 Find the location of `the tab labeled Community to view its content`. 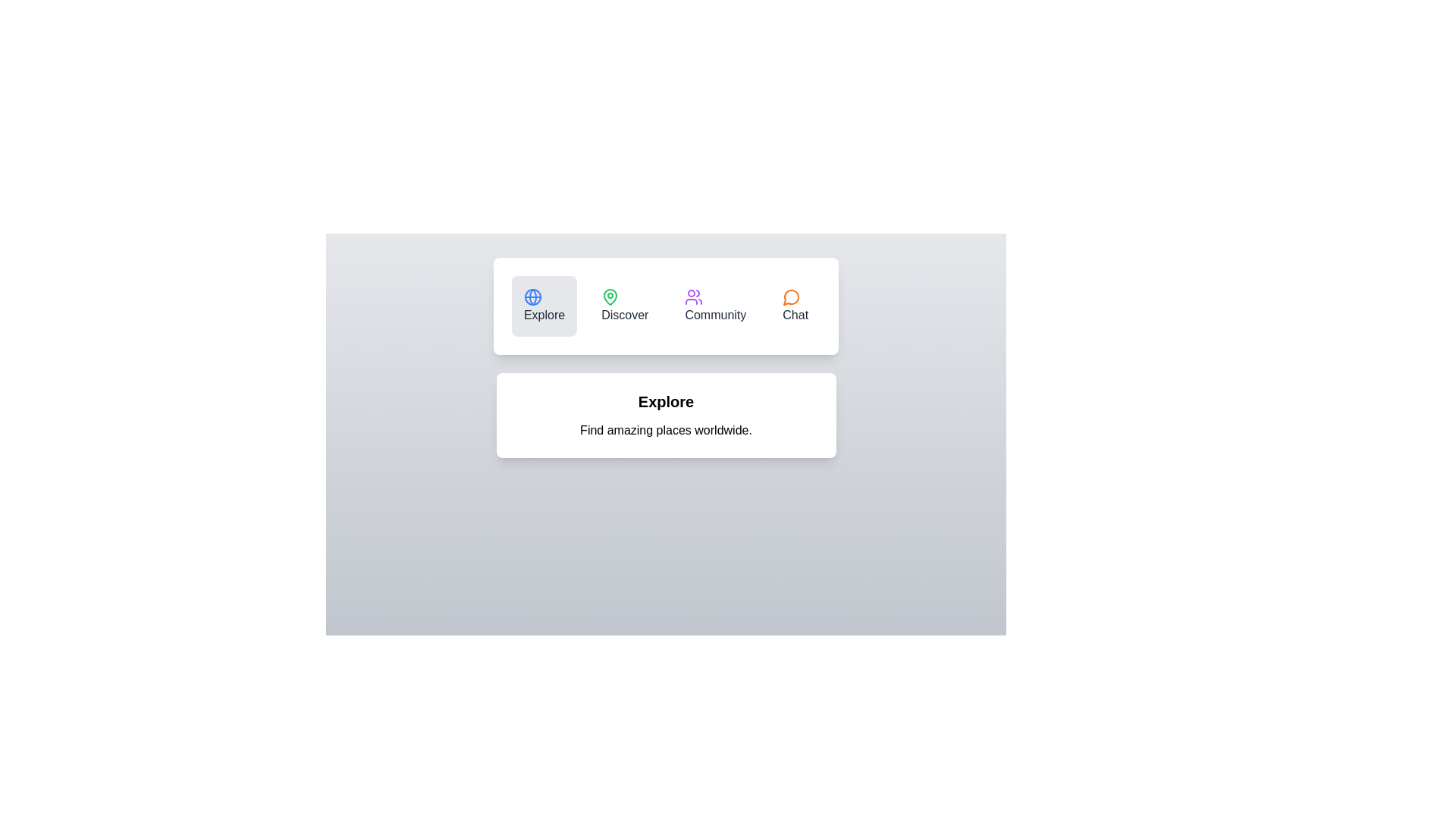

the tab labeled Community to view its content is located at coordinates (715, 306).